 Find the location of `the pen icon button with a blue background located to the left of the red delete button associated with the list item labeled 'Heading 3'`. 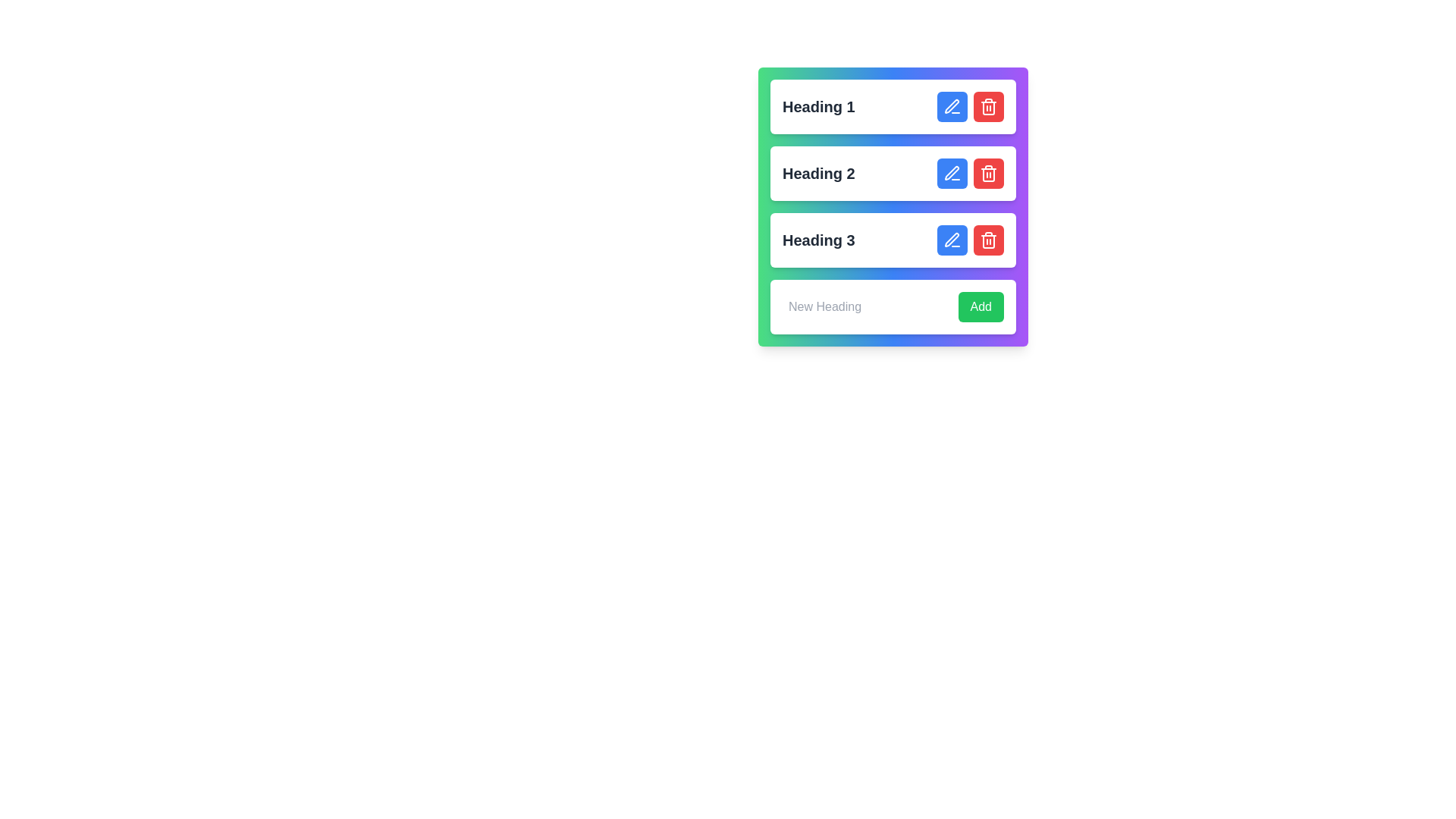

the pen icon button with a blue background located to the left of the red delete button associated with the list item labeled 'Heading 3' is located at coordinates (950, 239).